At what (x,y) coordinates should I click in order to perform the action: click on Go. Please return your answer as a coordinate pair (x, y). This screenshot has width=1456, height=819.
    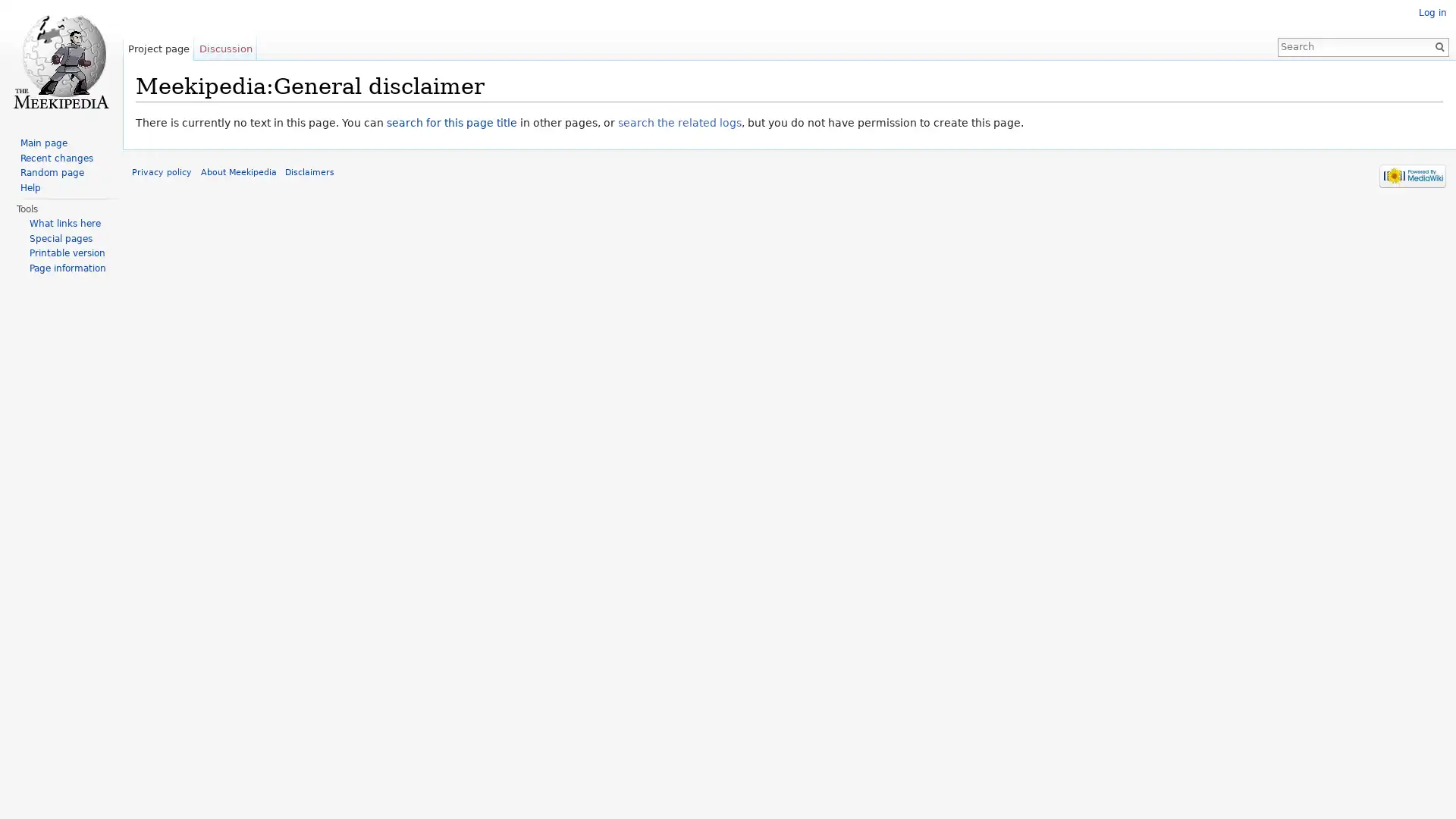
    Looking at the image, I should click on (1433, 45).